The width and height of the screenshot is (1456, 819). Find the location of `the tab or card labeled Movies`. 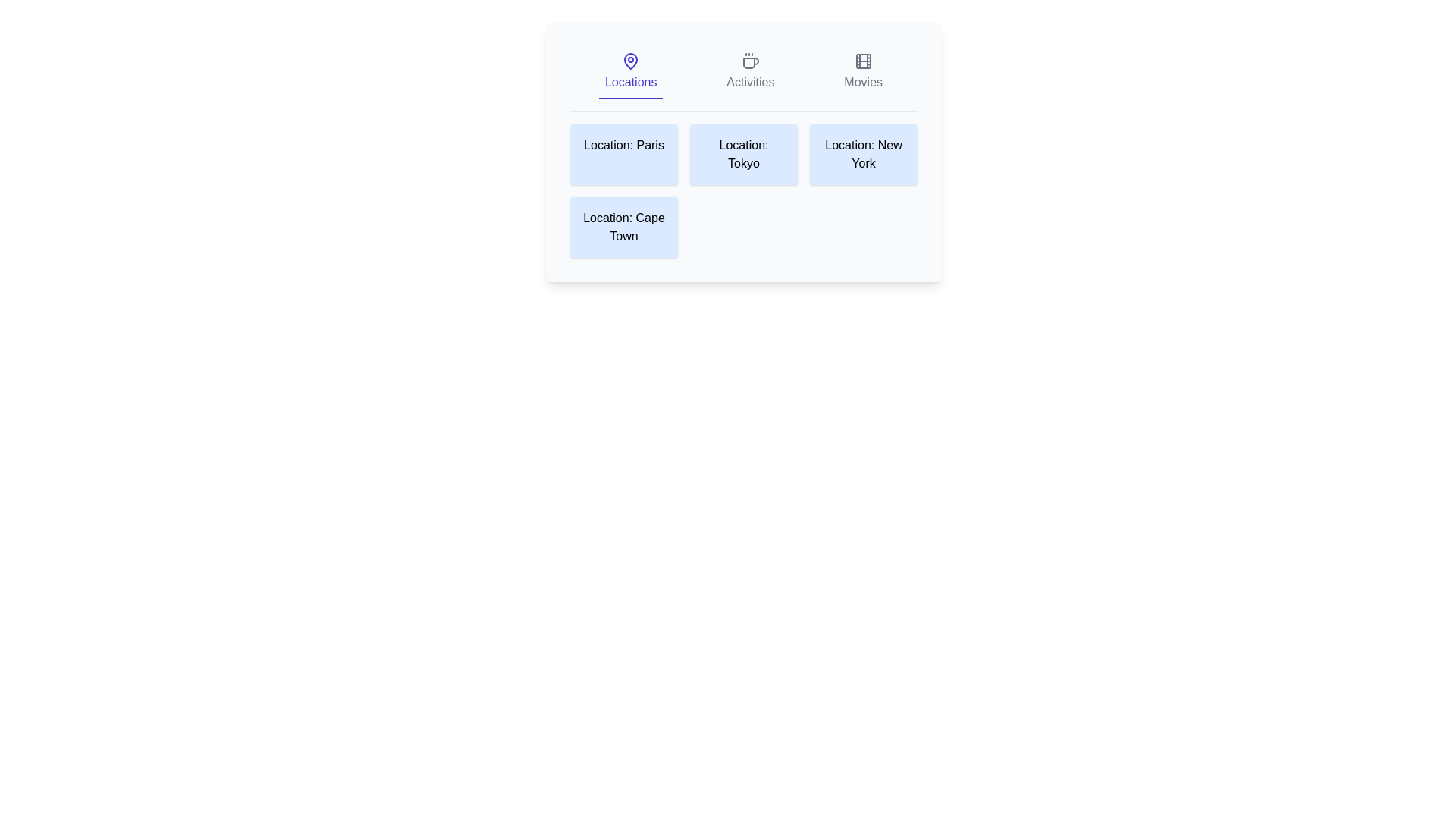

the tab or card labeled Movies is located at coordinates (863, 73).